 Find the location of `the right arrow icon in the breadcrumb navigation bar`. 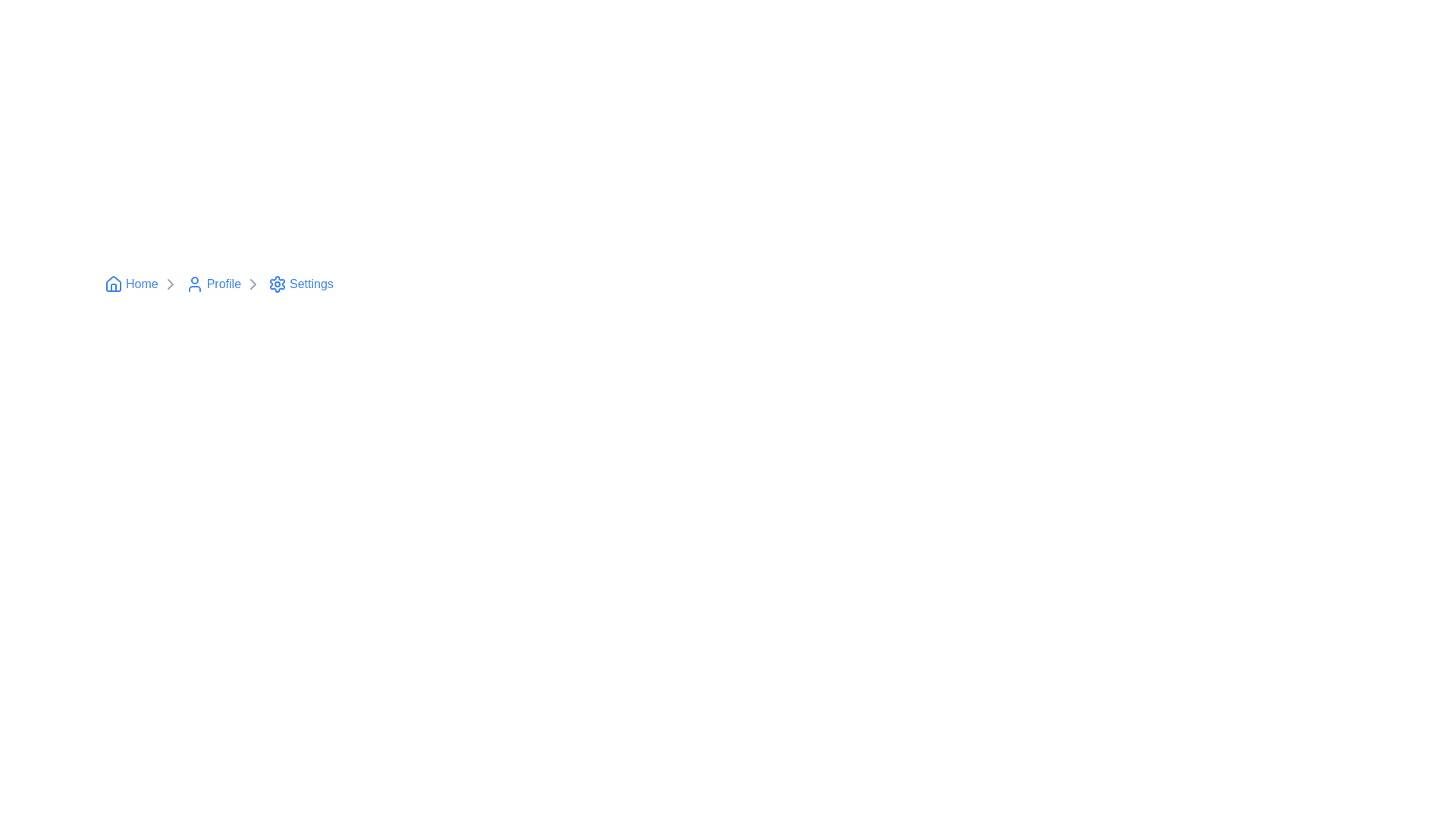

the right arrow icon in the breadcrumb navigation bar is located at coordinates (253, 284).